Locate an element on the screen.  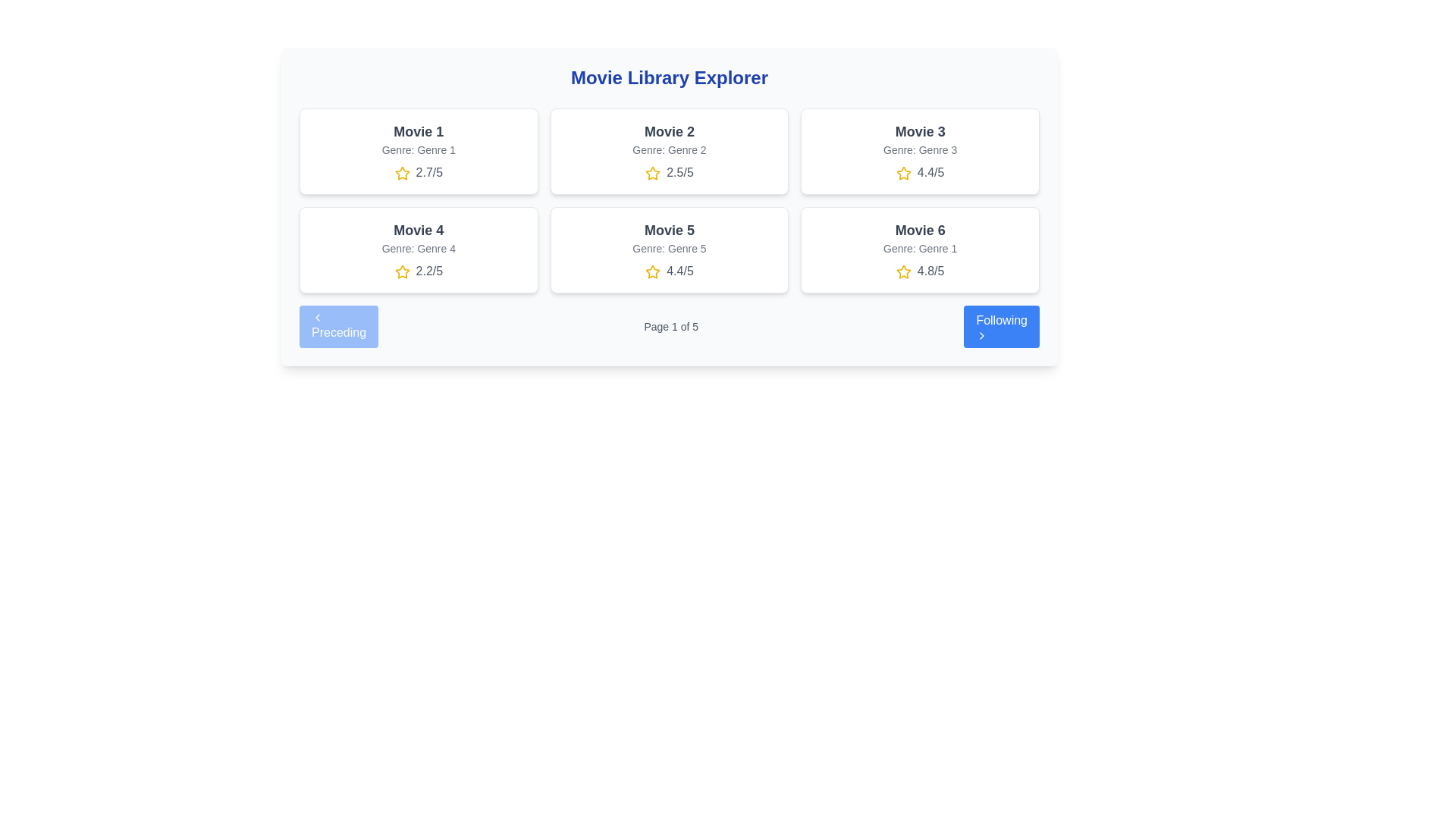
the yellow star icon located to the left of the rating text '4.8/5' is located at coordinates (903, 271).